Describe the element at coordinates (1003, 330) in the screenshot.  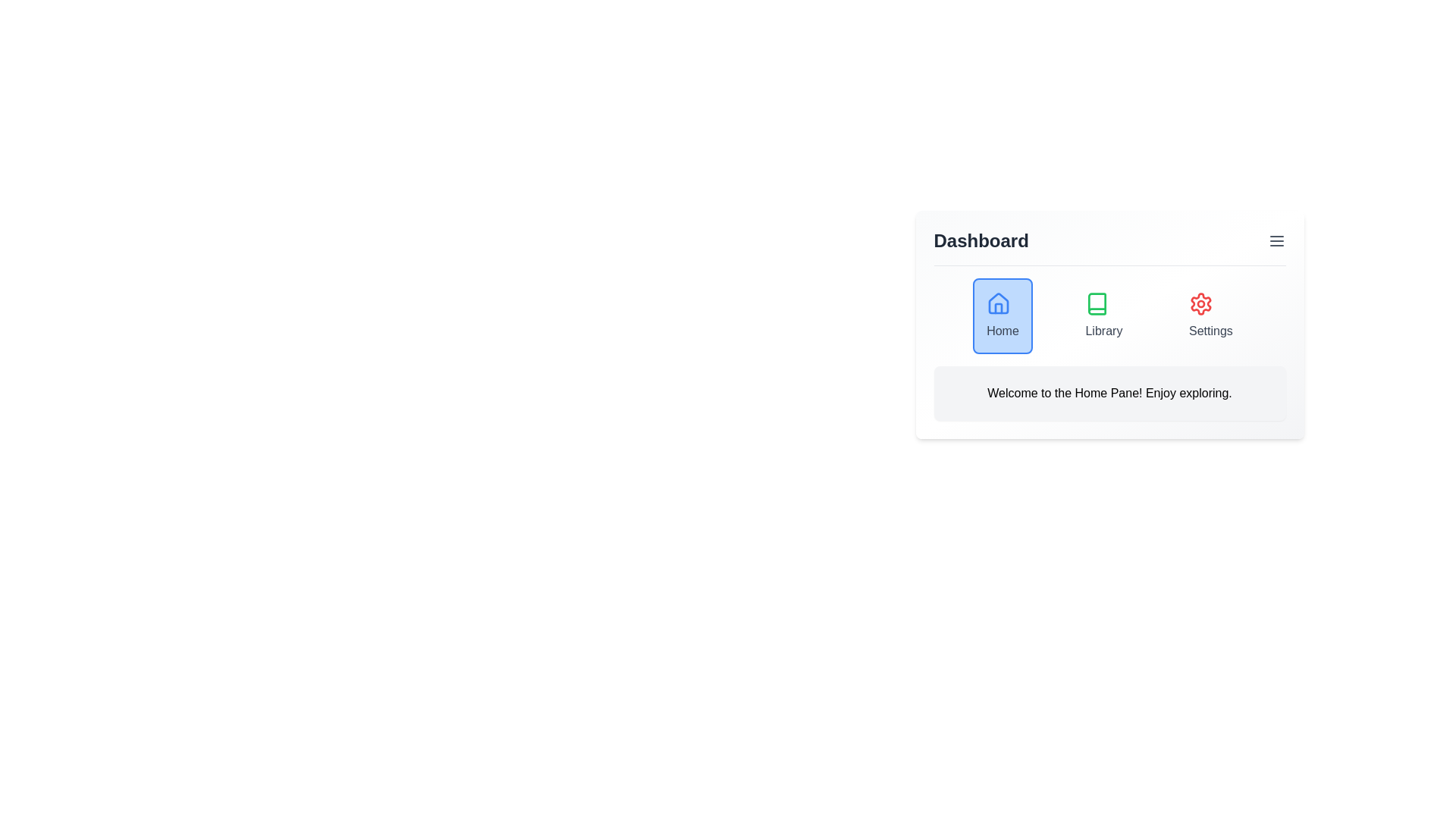
I see `text label 'Home' located in the bottom section of a blue-bordered button on the left side of a horizontal list of buttons` at that location.